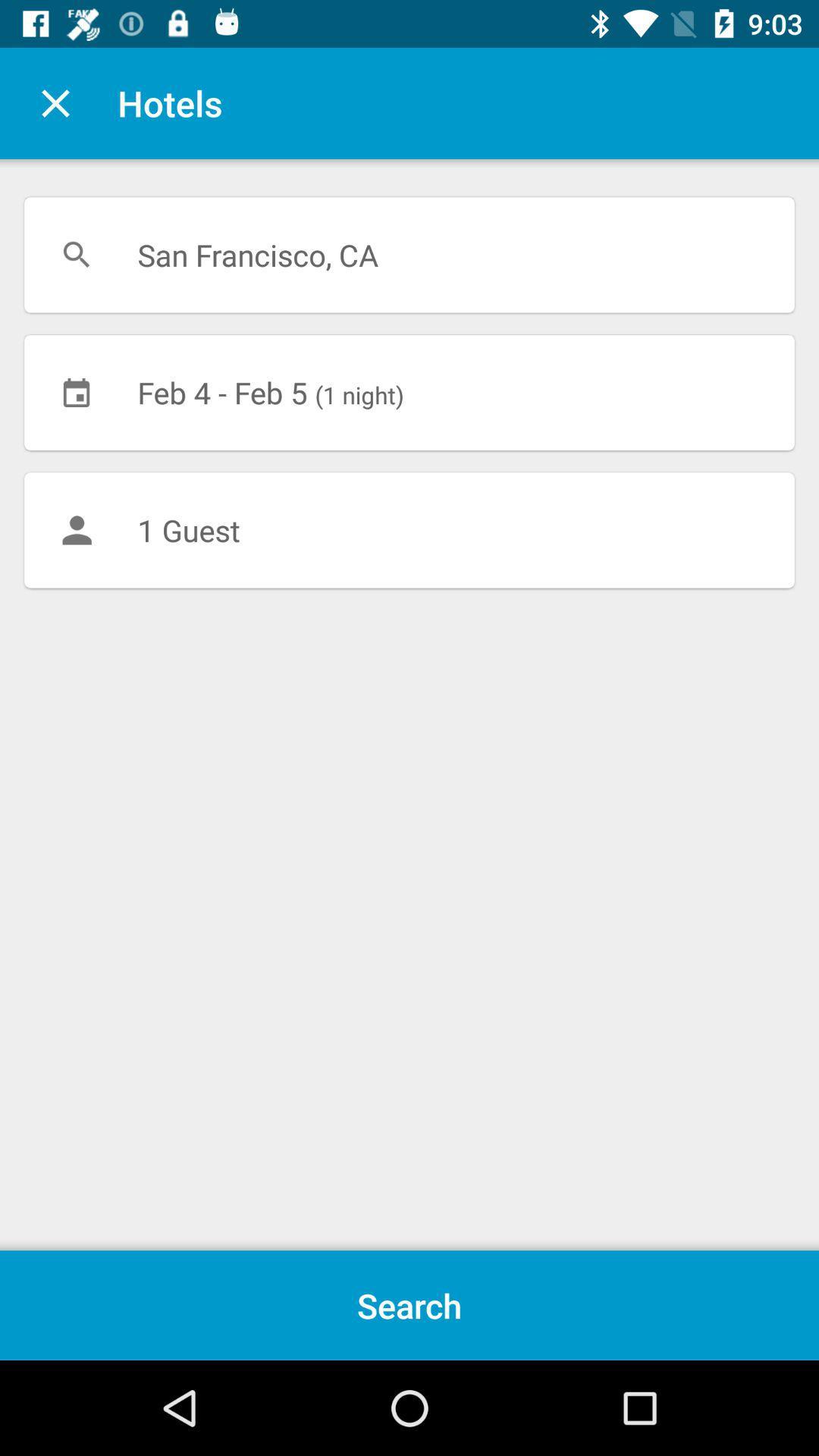  What do you see at coordinates (409, 392) in the screenshot?
I see `item above the 1 guest` at bounding box center [409, 392].